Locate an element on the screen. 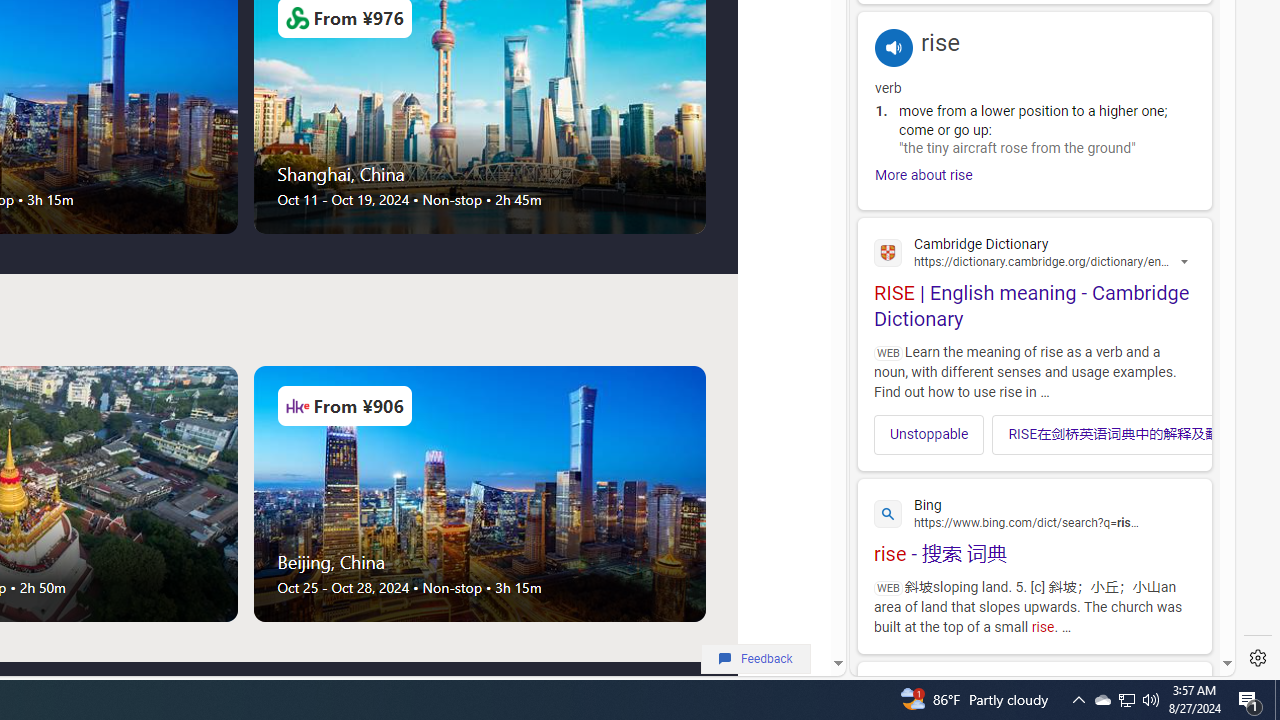 The height and width of the screenshot is (720, 1280). 'Unstoppable' is located at coordinates (928, 433).